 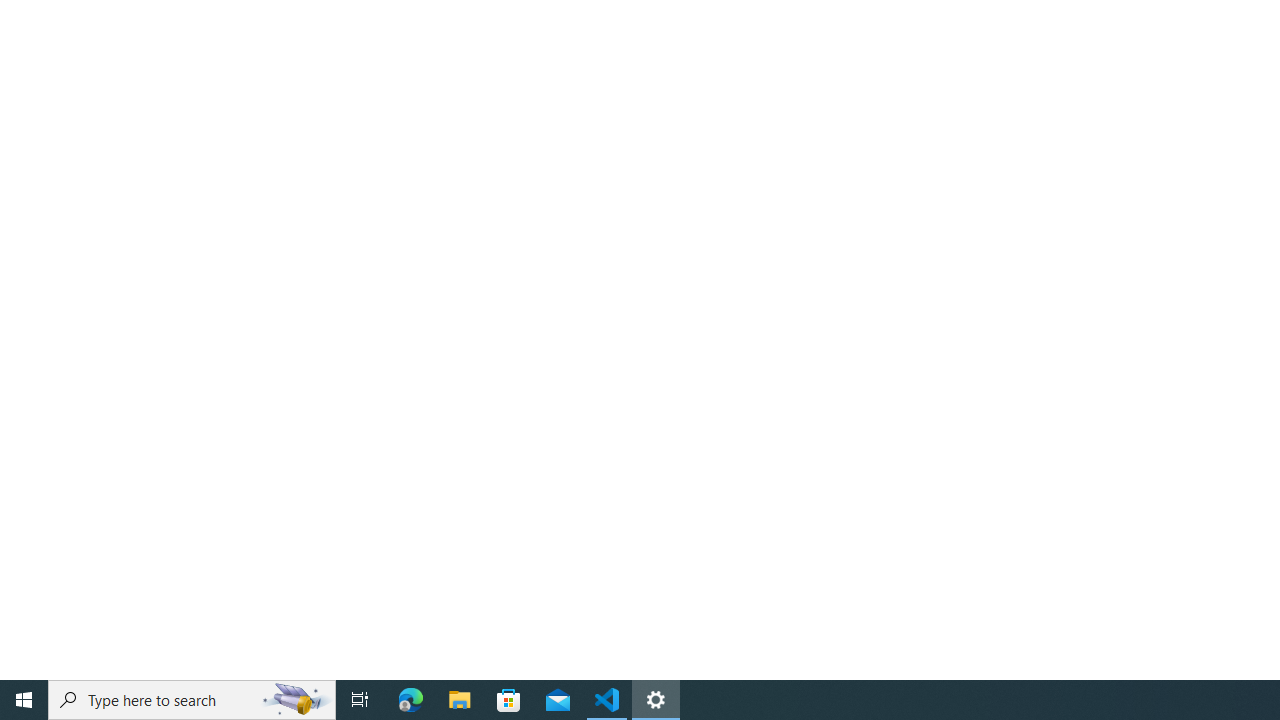 What do you see at coordinates (656, 698) in the screenshot?
I see `'Settings - 1 running window'` at bounding box center [656, 698].